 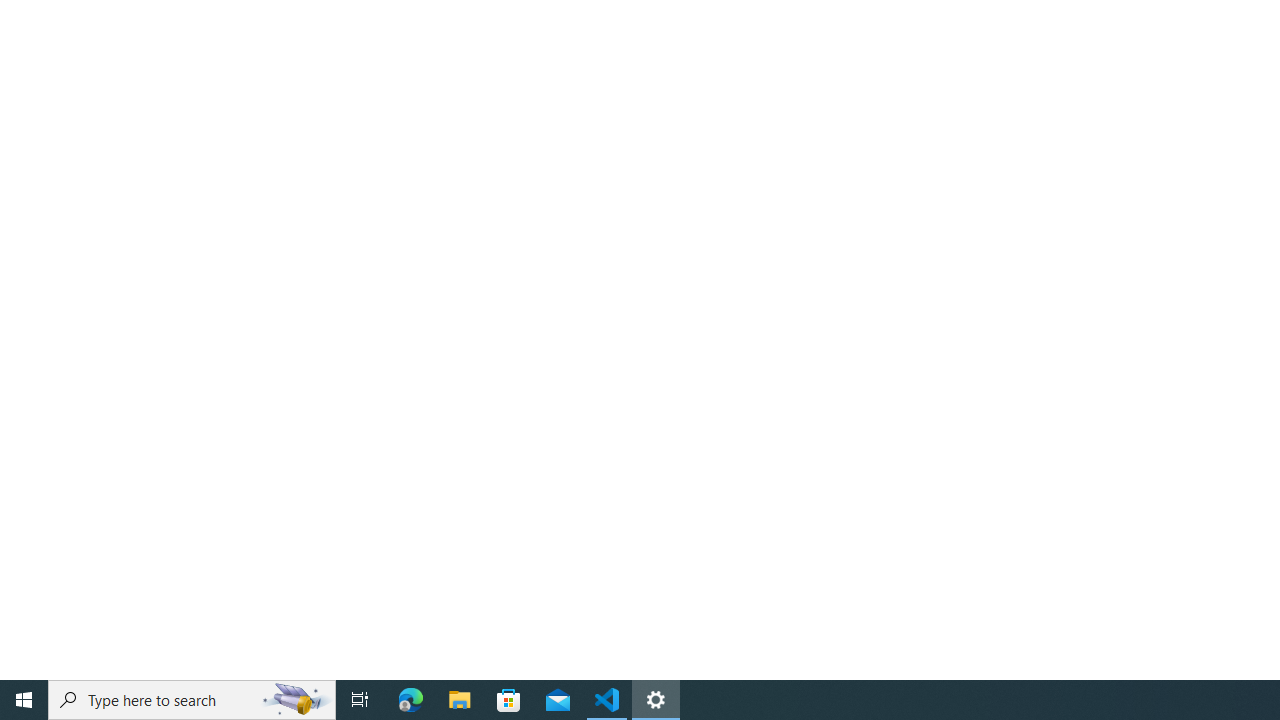 What do you see at coordinates (656, 698) in the screenshot?
I see `'Settings - 1 running window'` at bounding box center [656, 698].